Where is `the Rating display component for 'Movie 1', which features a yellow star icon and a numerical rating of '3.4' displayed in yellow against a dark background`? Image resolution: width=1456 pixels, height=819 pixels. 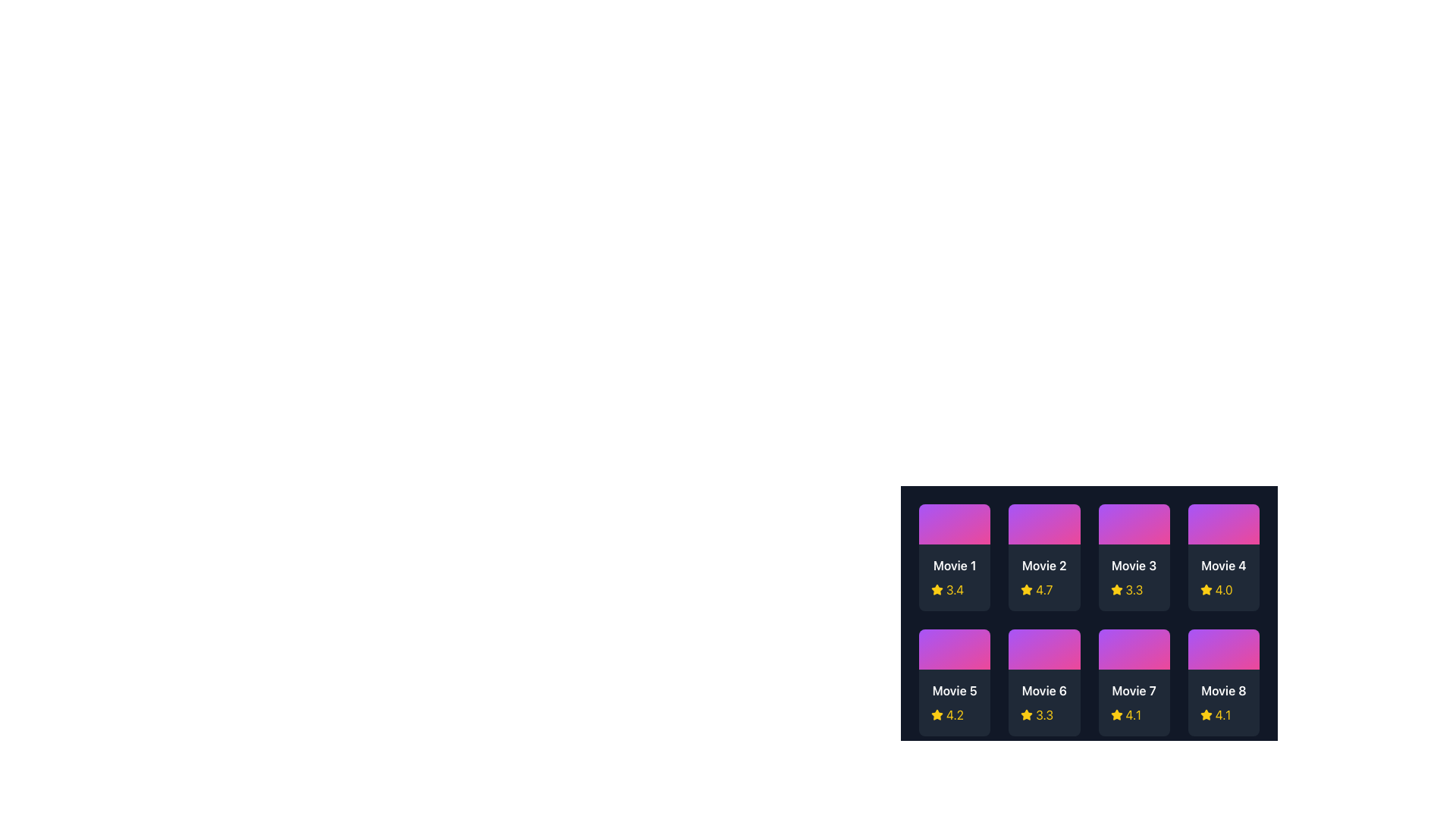
the Rating display component for 'Movie 1', which features a yellow star icon and a numerical rating of '3.4' displayed in yellow against a dark background is located at coordinates (954, 589).